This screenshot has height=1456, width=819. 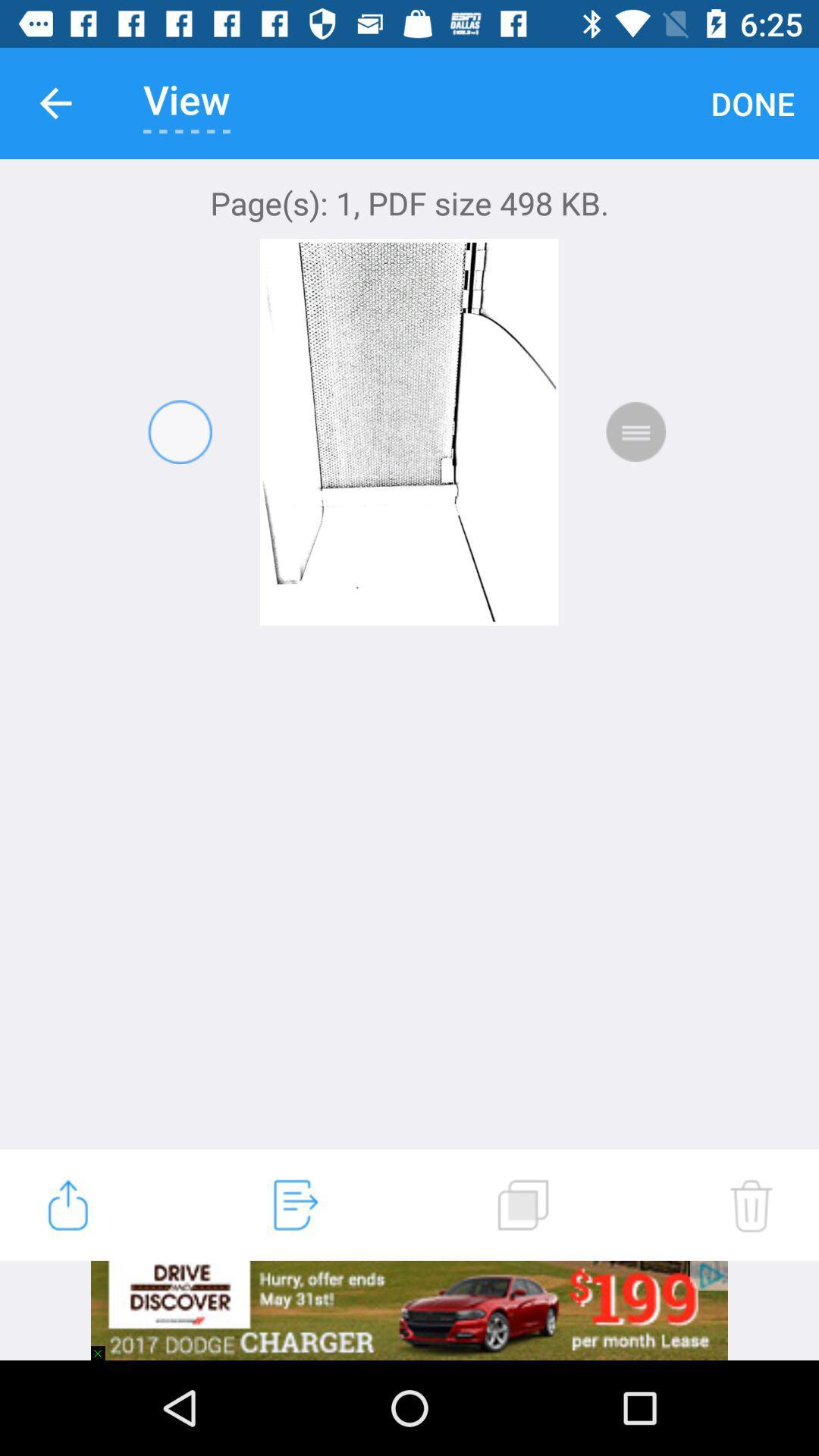 I want to click on the done item, so click(x=752, y=102).